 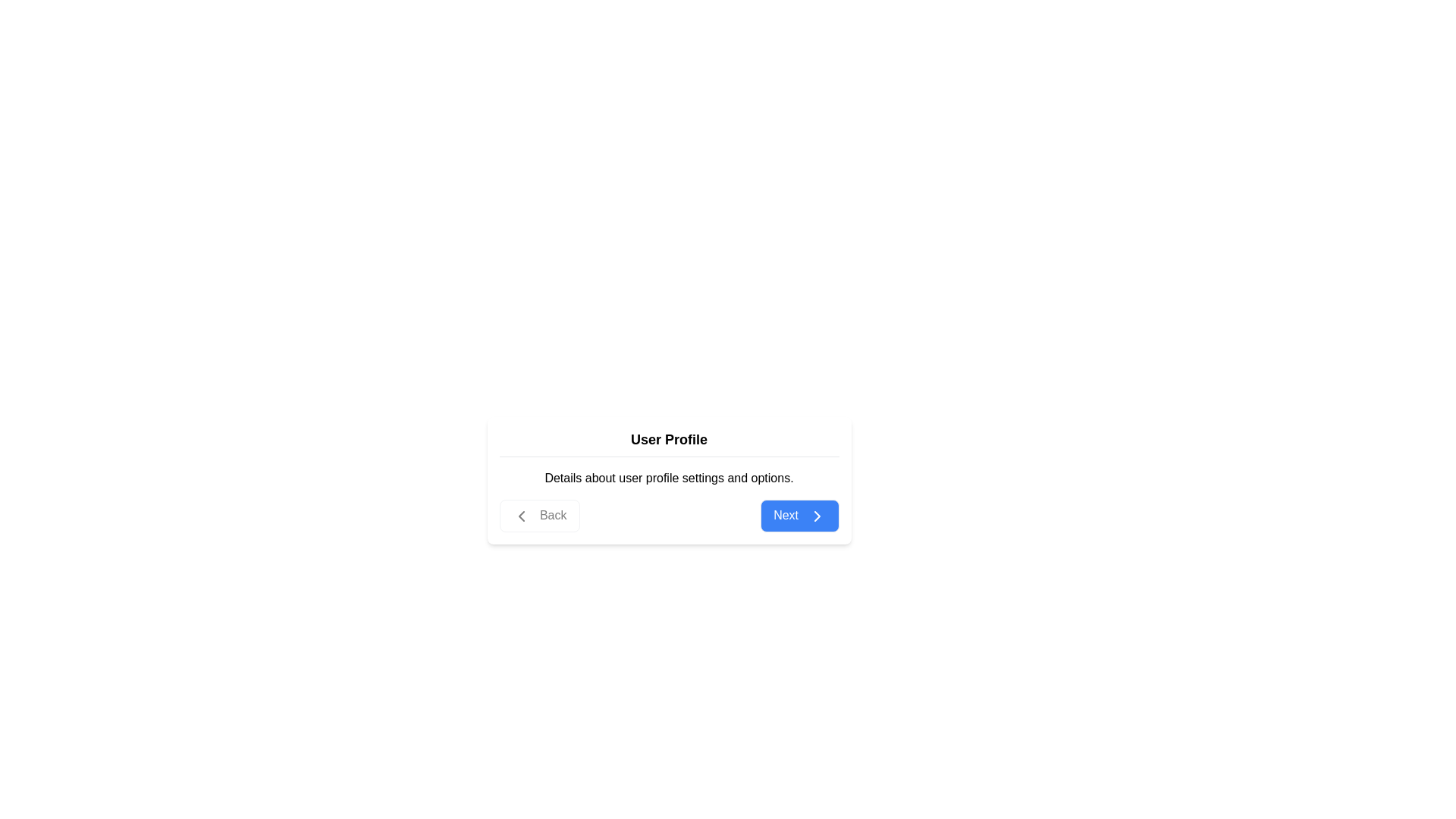 I want to click on the heading text element that serves as the title for its section, providing context for the information displayed, so click(x=668, y=443).